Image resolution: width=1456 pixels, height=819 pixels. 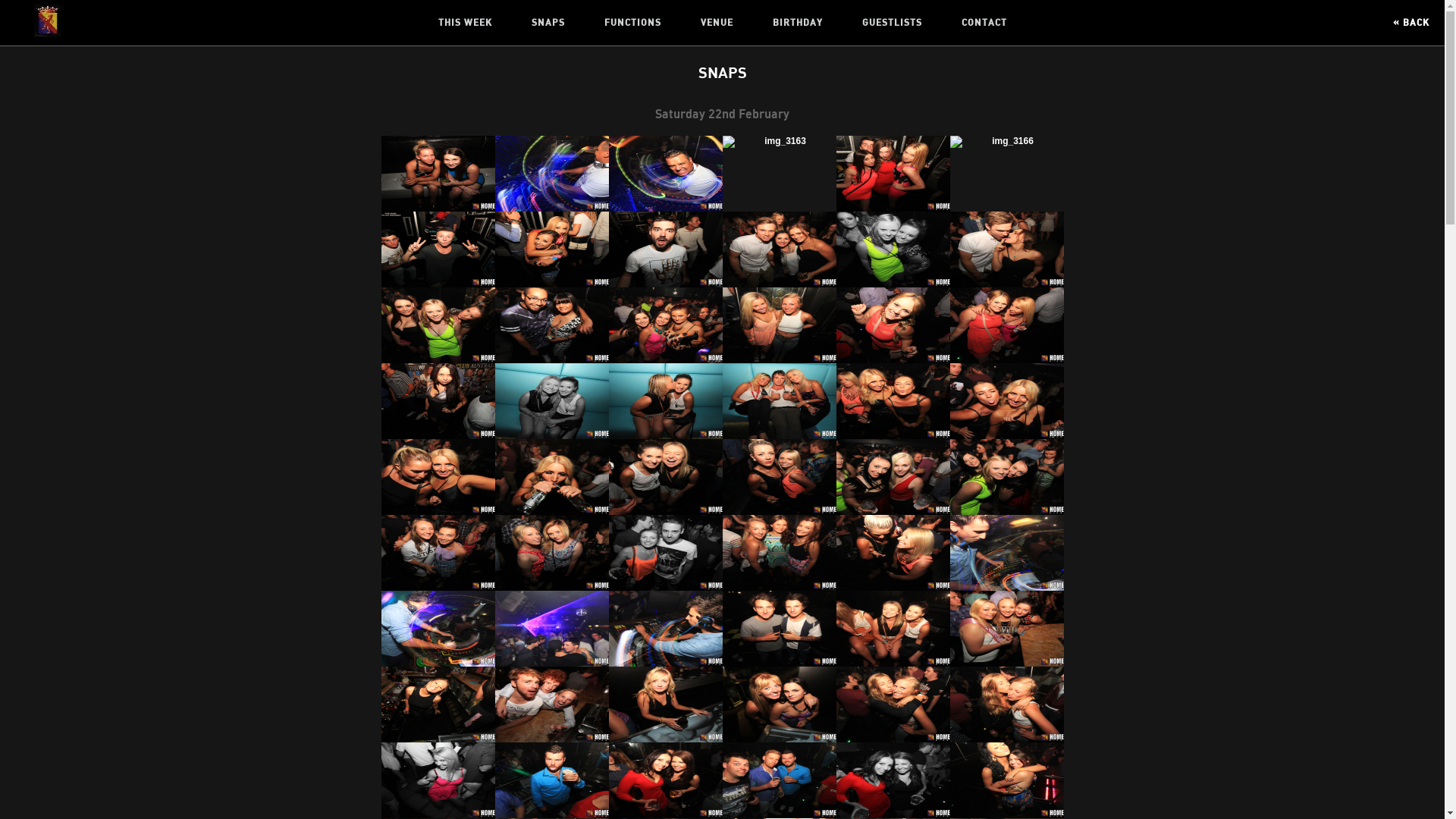 What do you see at coordinates (779, 400) in the screenshot?
I see `' '` at bounding box center [779, 400].